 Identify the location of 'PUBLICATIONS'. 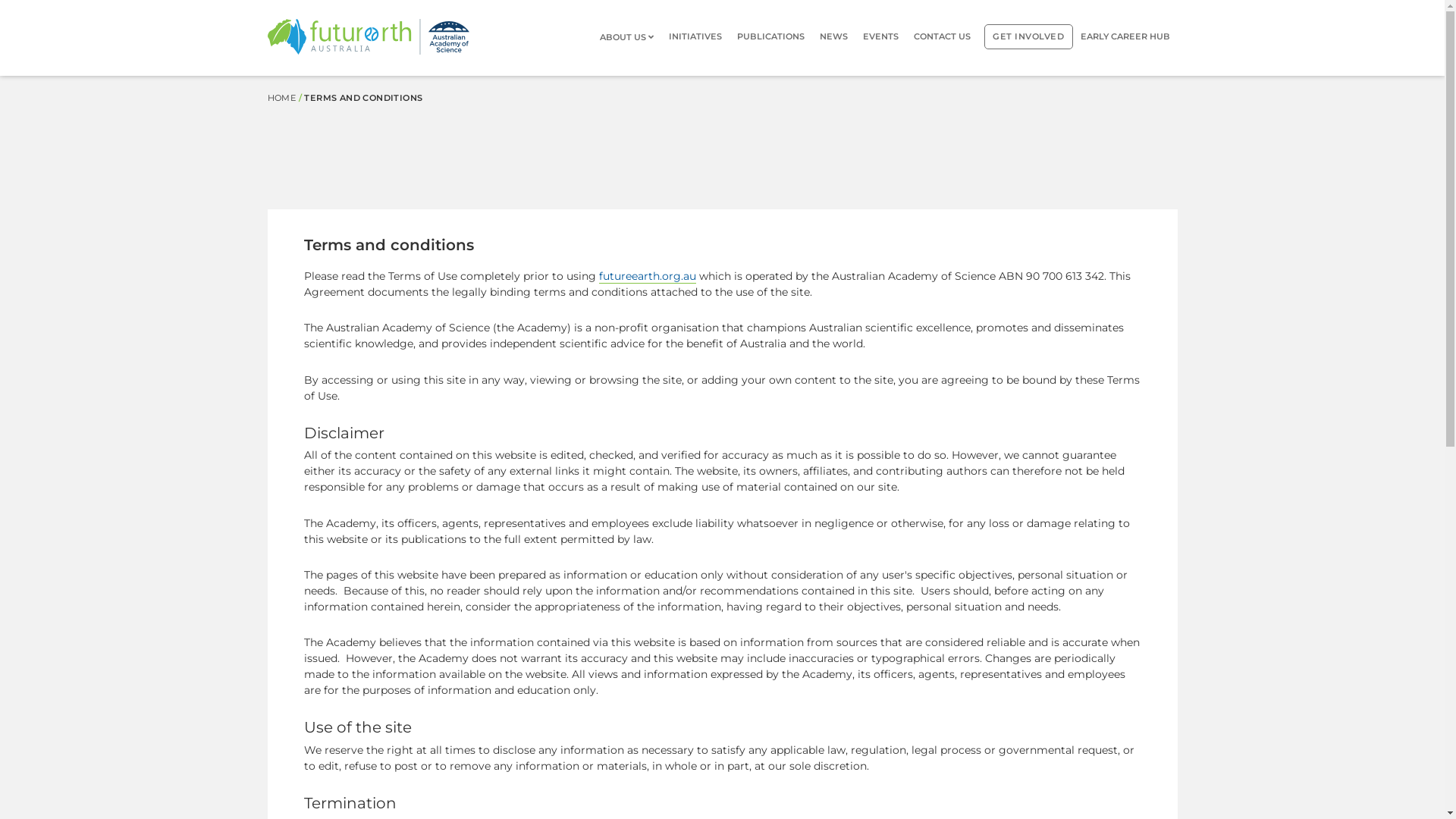
(770, 36).